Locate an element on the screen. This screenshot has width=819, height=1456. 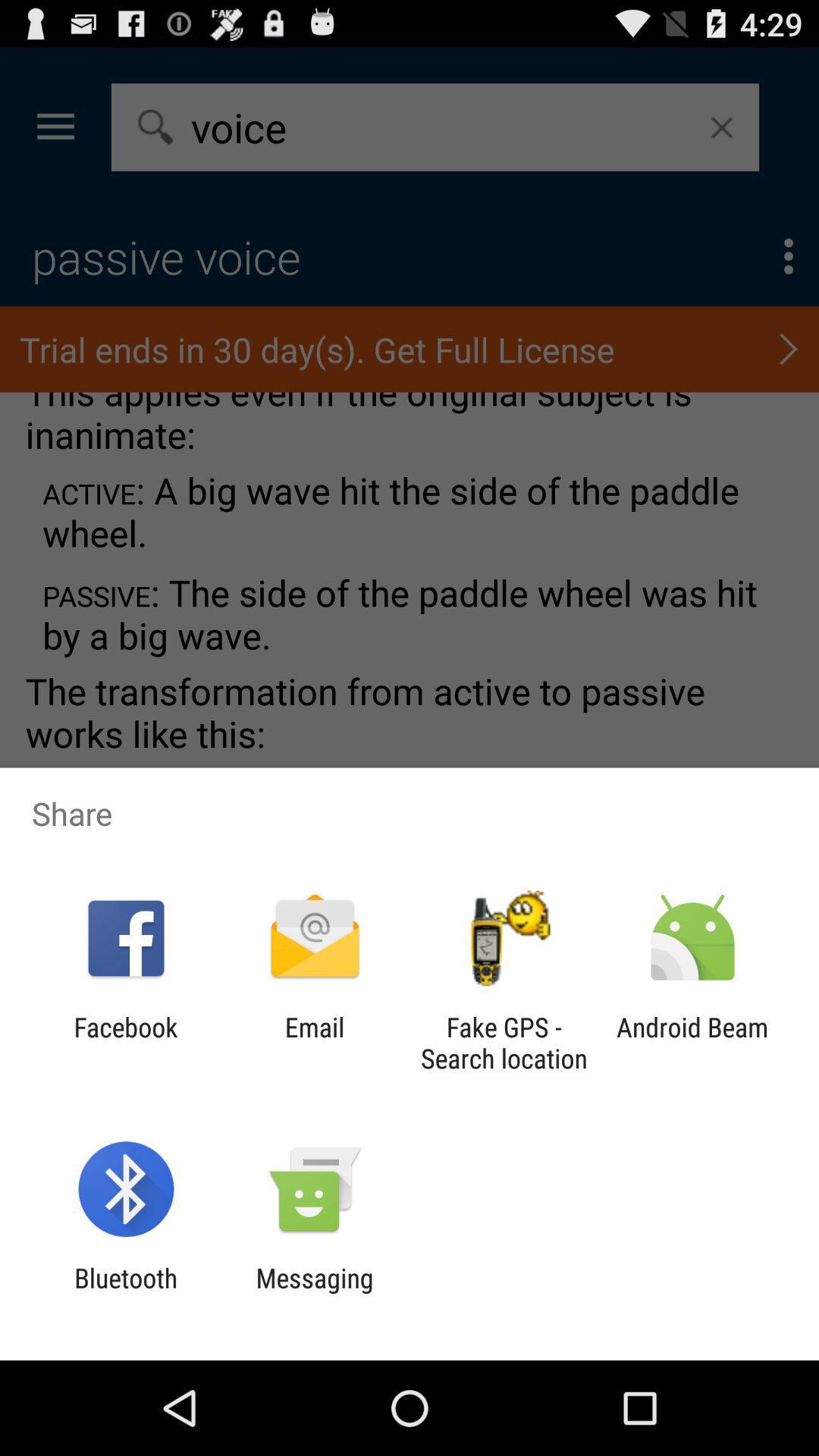
the item to the right of fake gps search is located at coordinates (692, 1042).